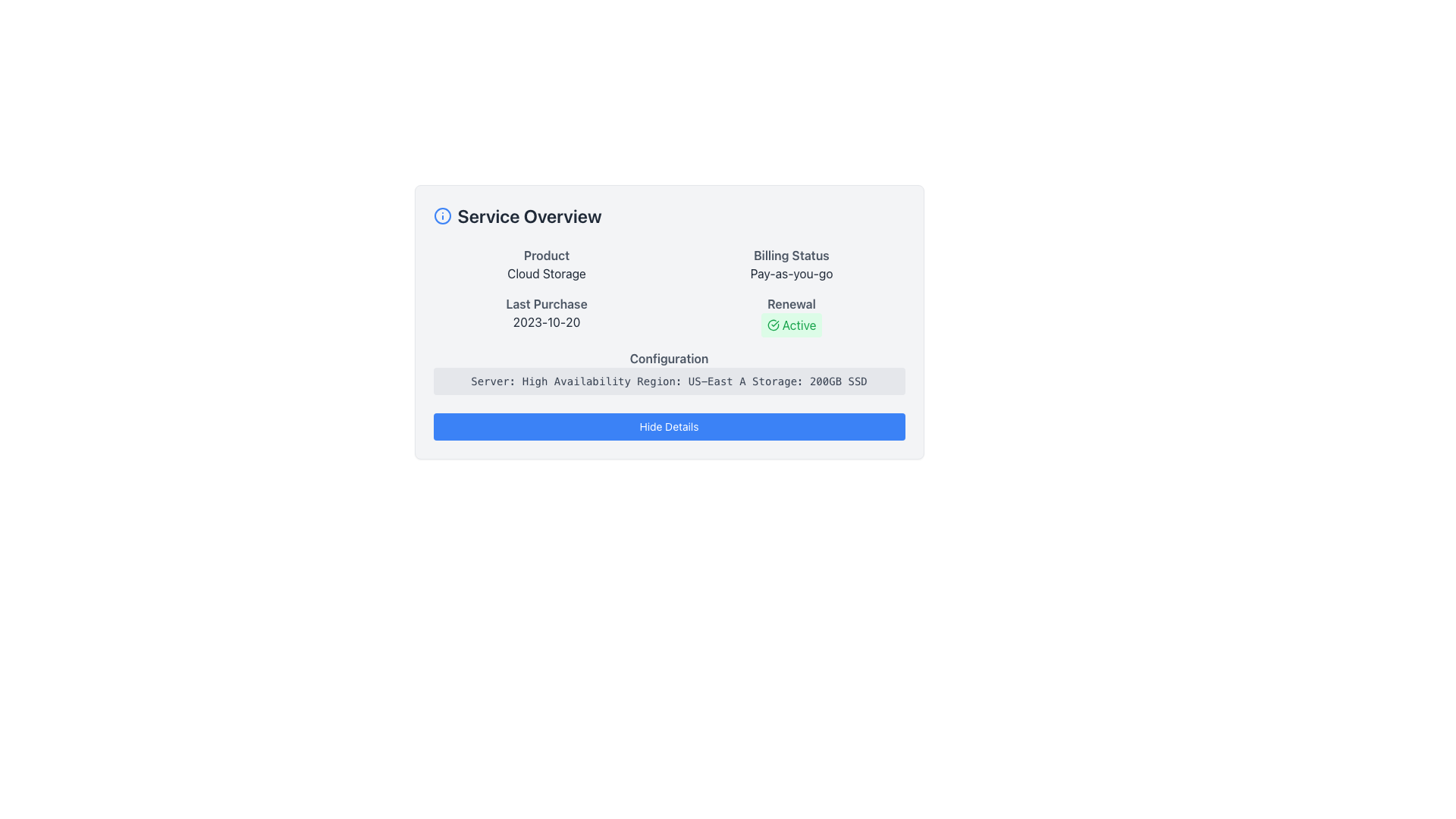 The image size is (1456, 819). What do you see at coordinates (546, 274) in the screenshot?
I see `the 'Cloud Storage' text label, which is styled in bold, dark gray and positioned below the 'Product' text in the service details section` at bounding box center [546, 274].